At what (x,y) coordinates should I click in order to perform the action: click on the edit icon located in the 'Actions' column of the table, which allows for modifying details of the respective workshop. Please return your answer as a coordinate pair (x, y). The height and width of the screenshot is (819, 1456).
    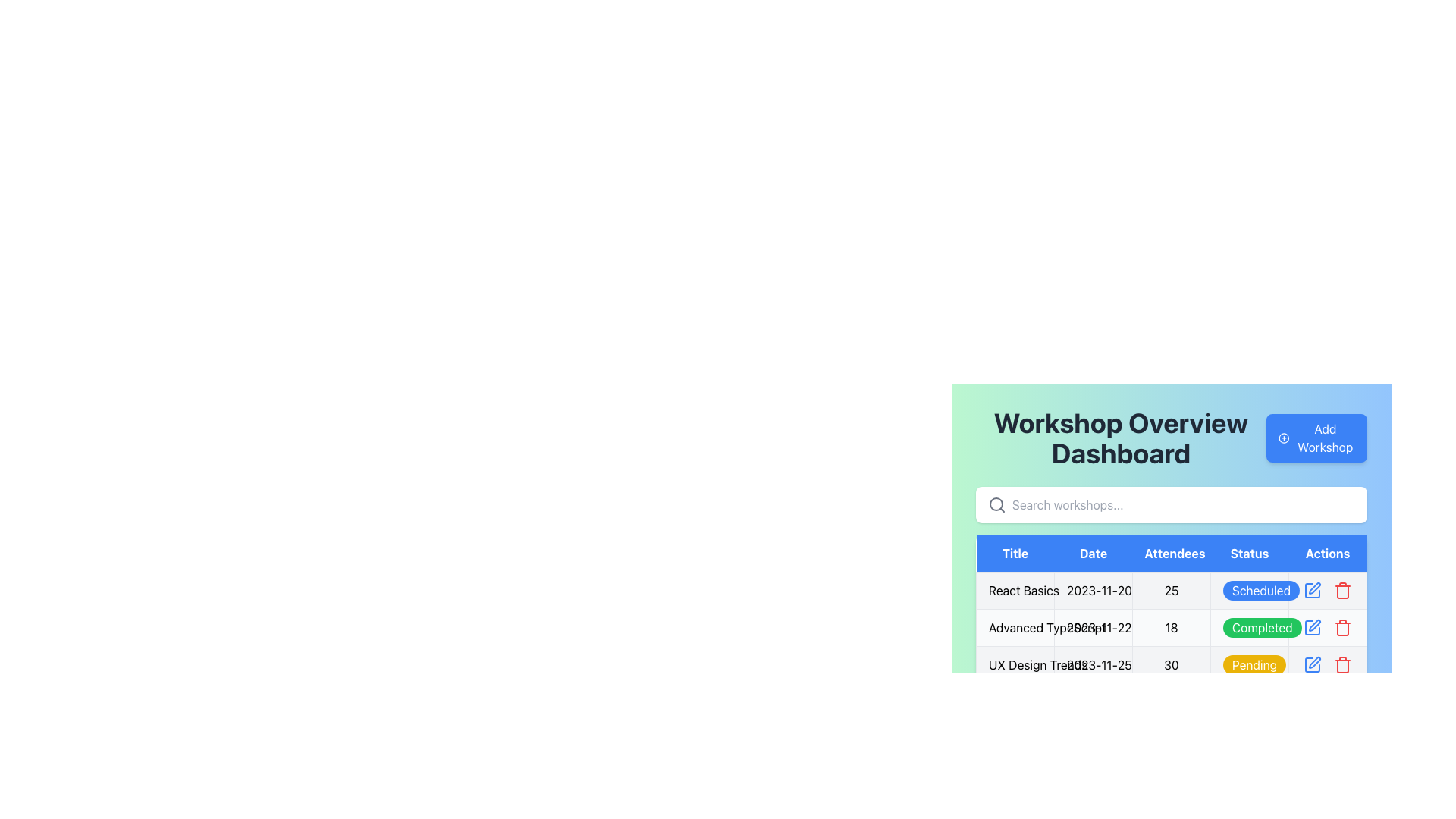
    Looking at the image, I should click on (1313, 587).